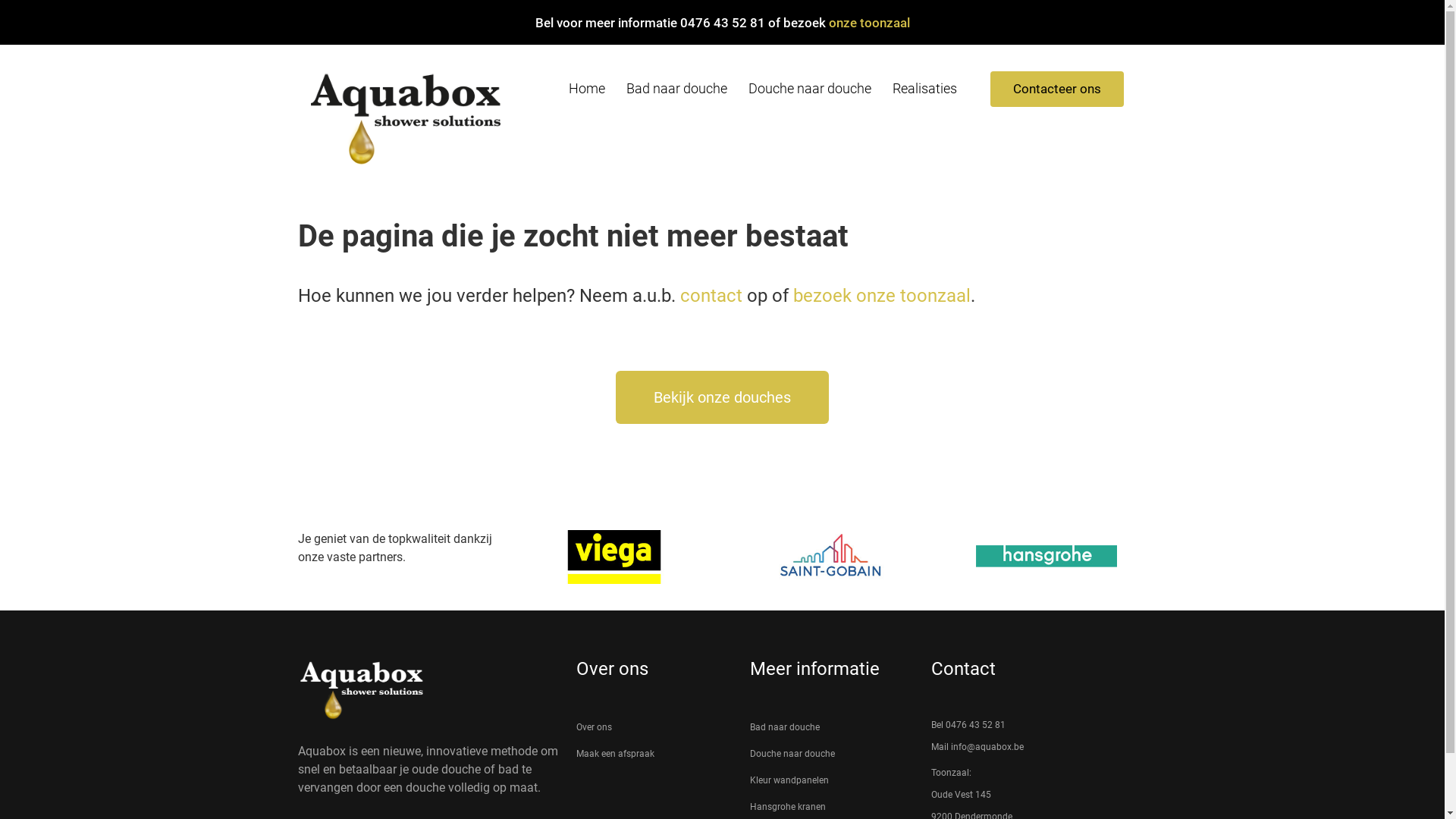 This screenshot has height=819, width=1456. What do you see at coordinates (881, 295) in the screenshot?
I see `'bezoek onze toonzaal'` at bounding box center [881, 295].